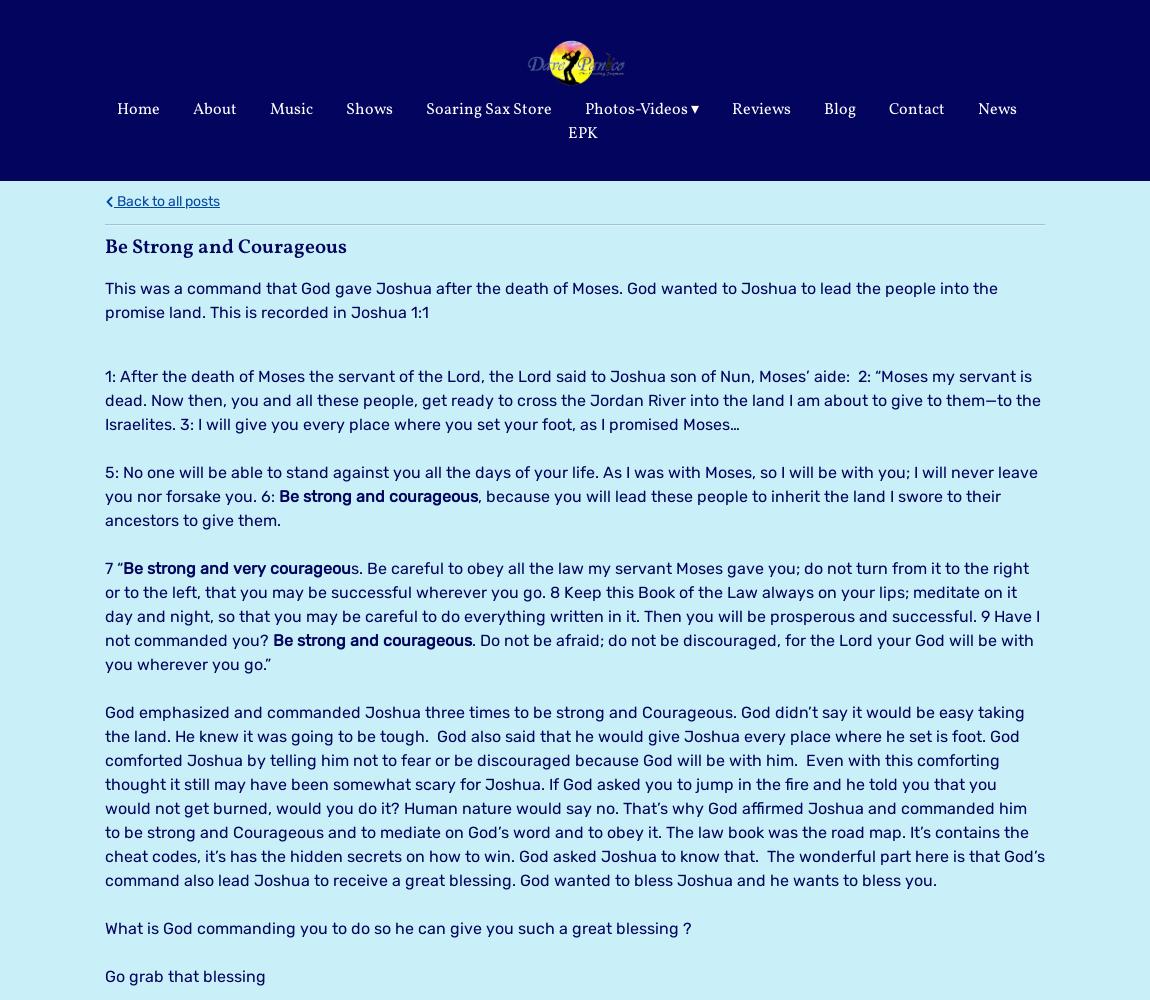 This screenshot has width=1150, height=1000. What do you see at coordinates (572, 602) in the screenshot?
I see `'s. Be careful to obey all the law my servant Moses gave you; do not turn from it to the right or to the left, that you may be successful wherever you go. 8 Keep this Book of the Law always on your lips; meditate on it day and night, so that you may be careful to do everything written in it. Then you will be prosperous and successful. 9 Have I not commanded you?'` at bounding box center [572, 602].